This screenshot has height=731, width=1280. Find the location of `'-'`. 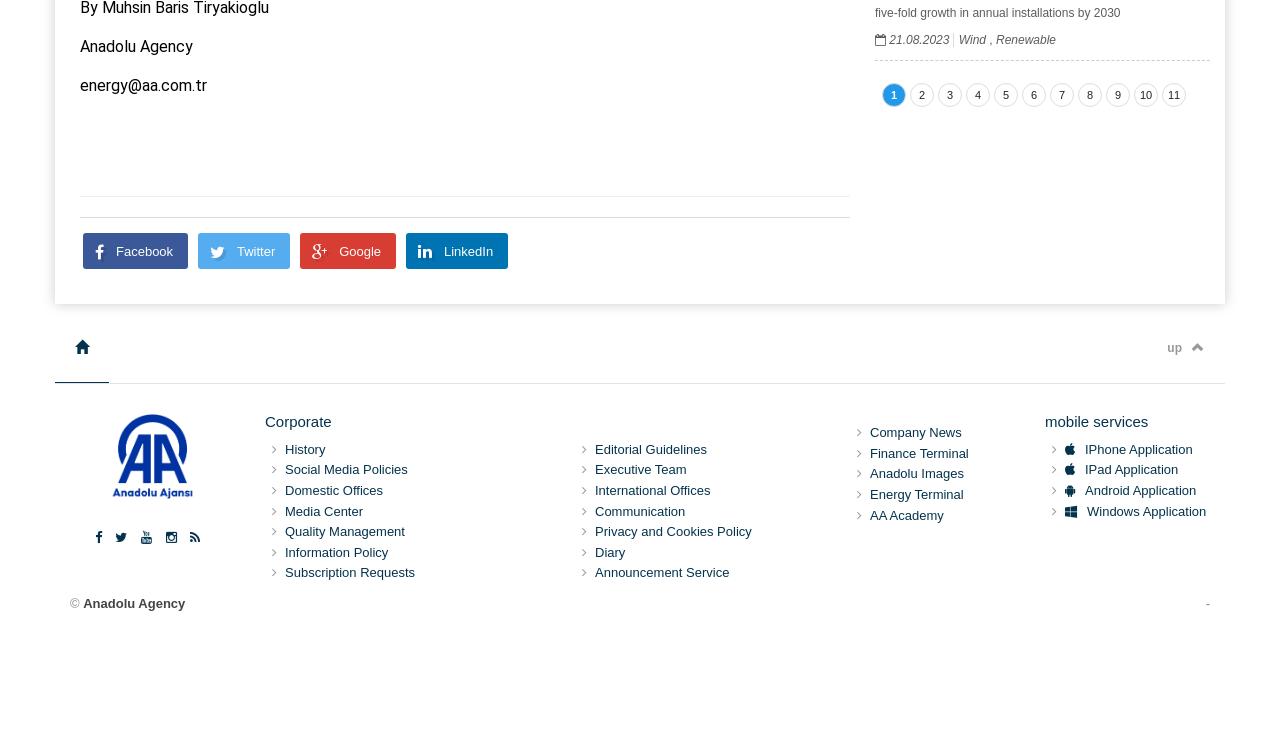

'-' is located at coordinates (1206, 601).